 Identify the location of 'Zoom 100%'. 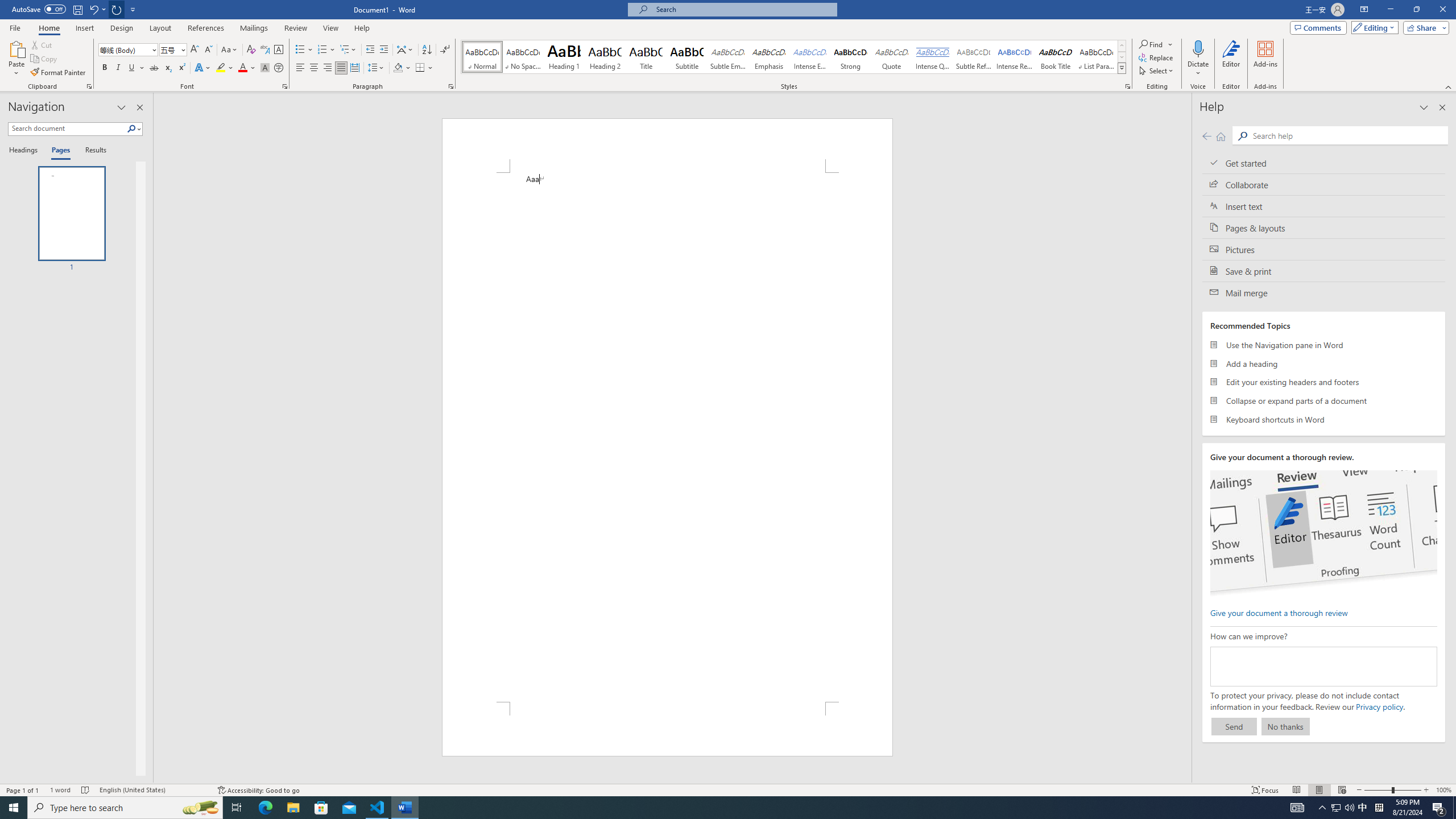
(1443, 790).